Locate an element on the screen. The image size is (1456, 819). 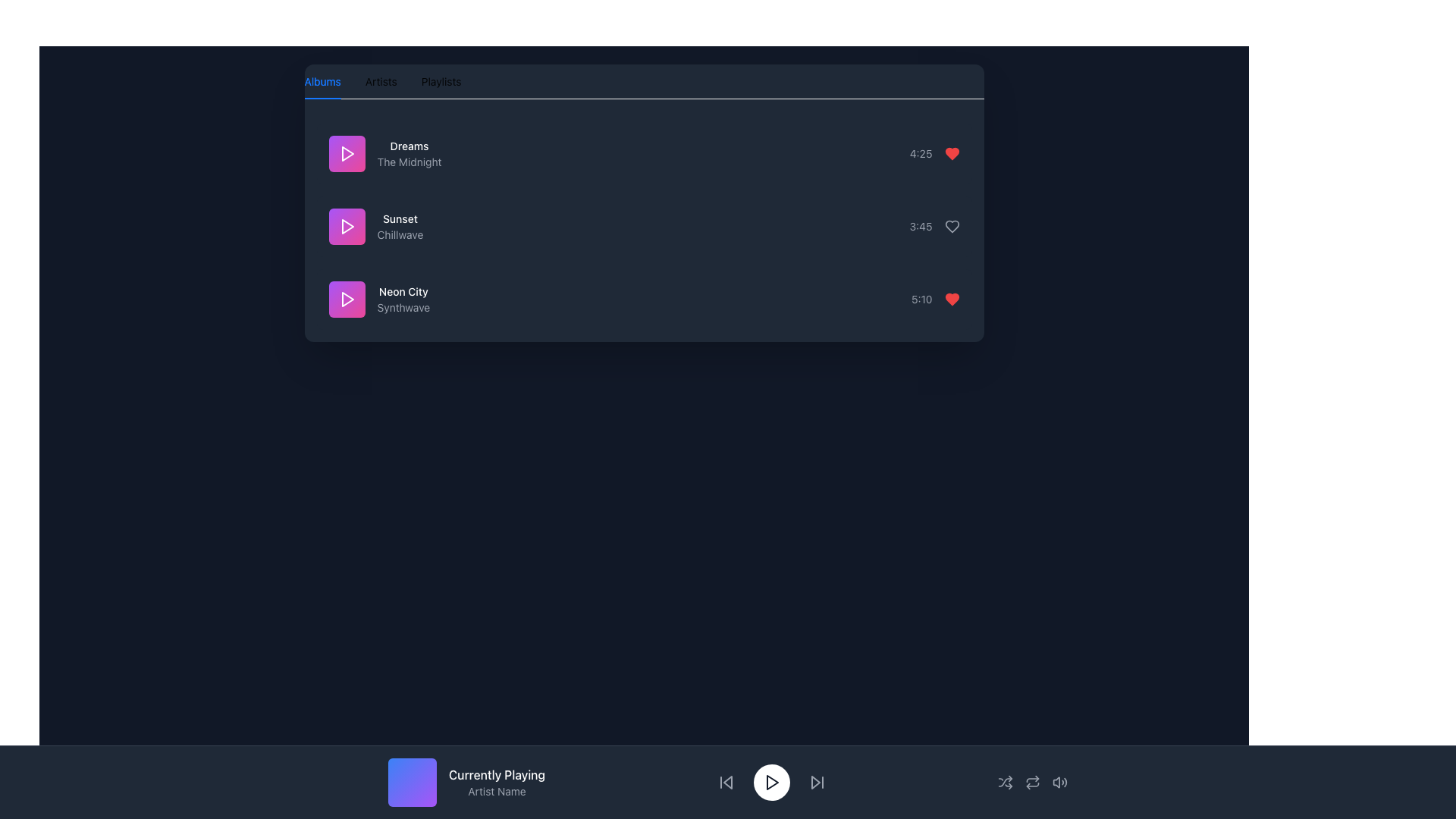
the sound control icon graphic, which is the third icon from the right in the lower control bar is located at coordinates (1065, 783).